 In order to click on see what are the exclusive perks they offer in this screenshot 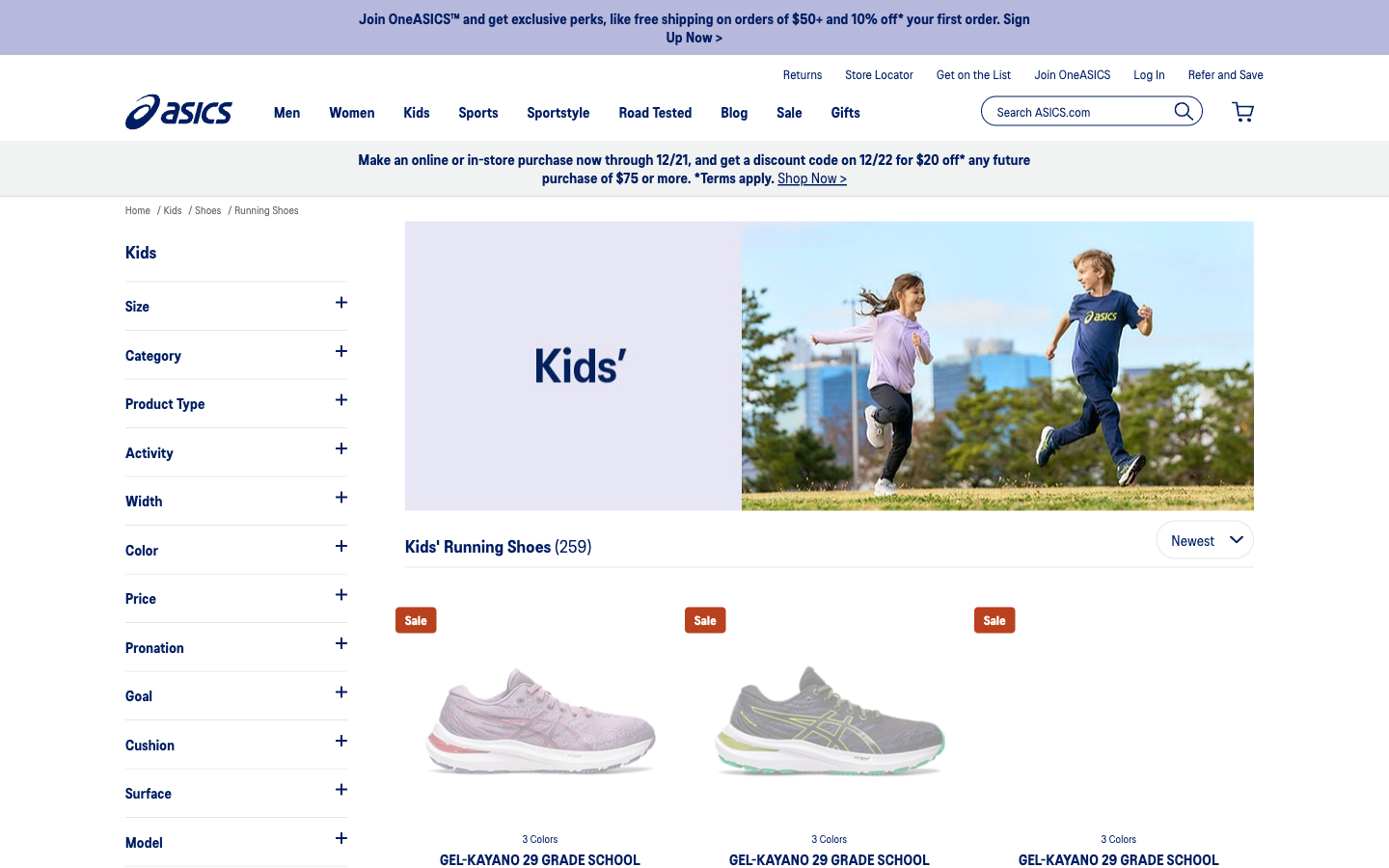, I will do `click(694, 26)`.